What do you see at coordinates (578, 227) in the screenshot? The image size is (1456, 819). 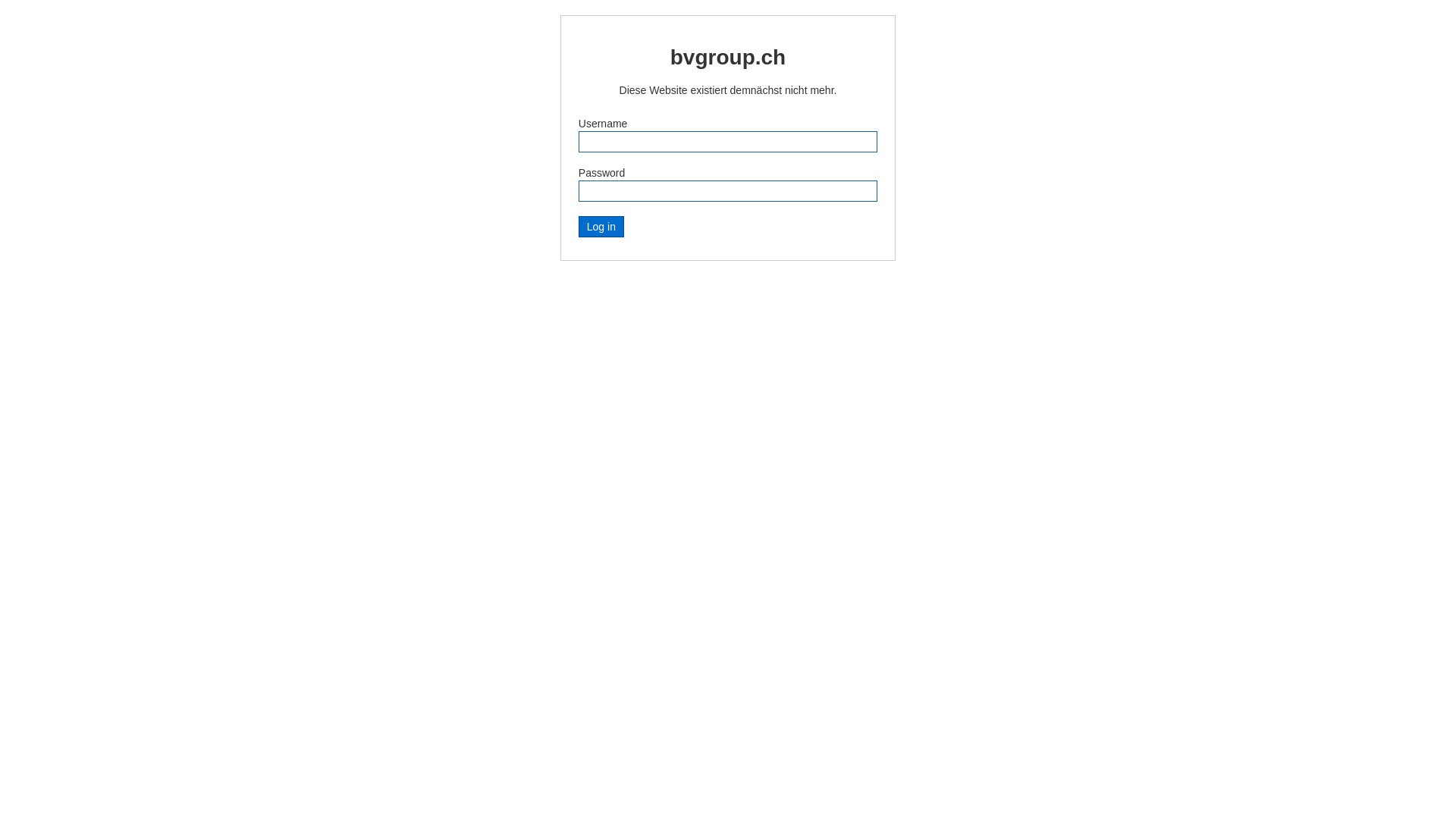 I see `'Log in'` at bounding box center [578, 227].